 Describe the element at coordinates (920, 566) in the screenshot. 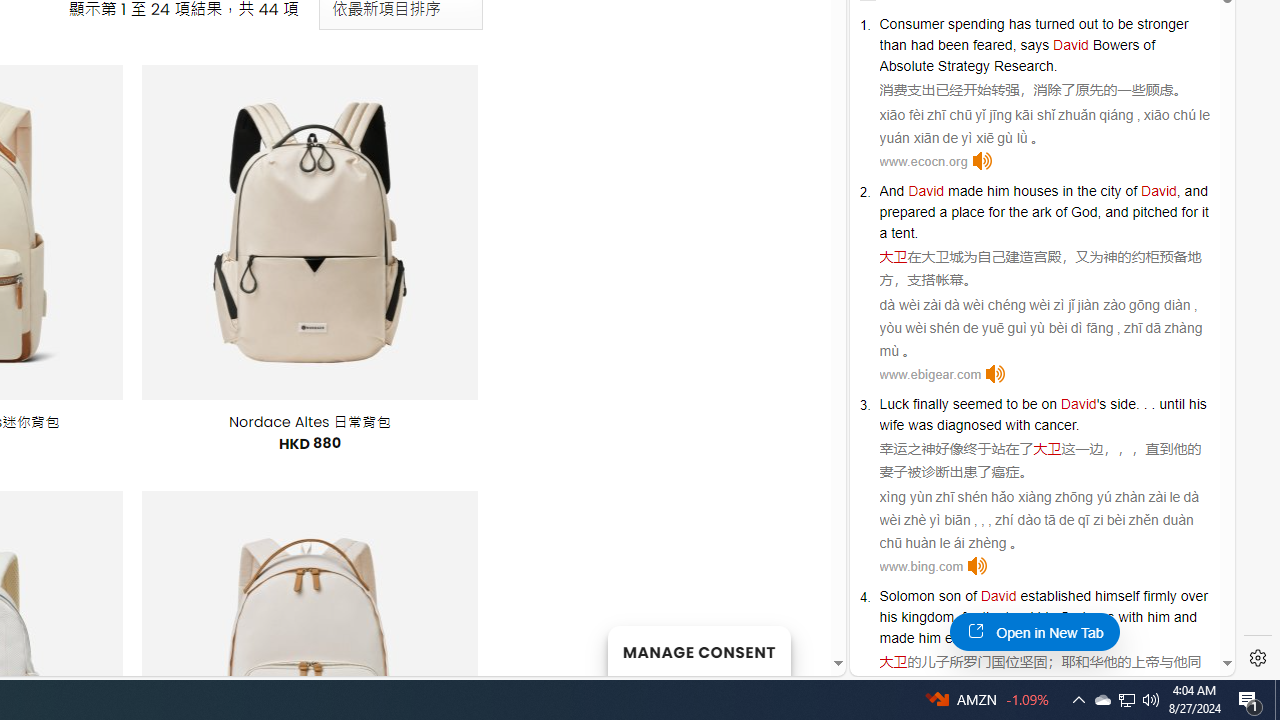

I see `'www.bing.com'` at that location.